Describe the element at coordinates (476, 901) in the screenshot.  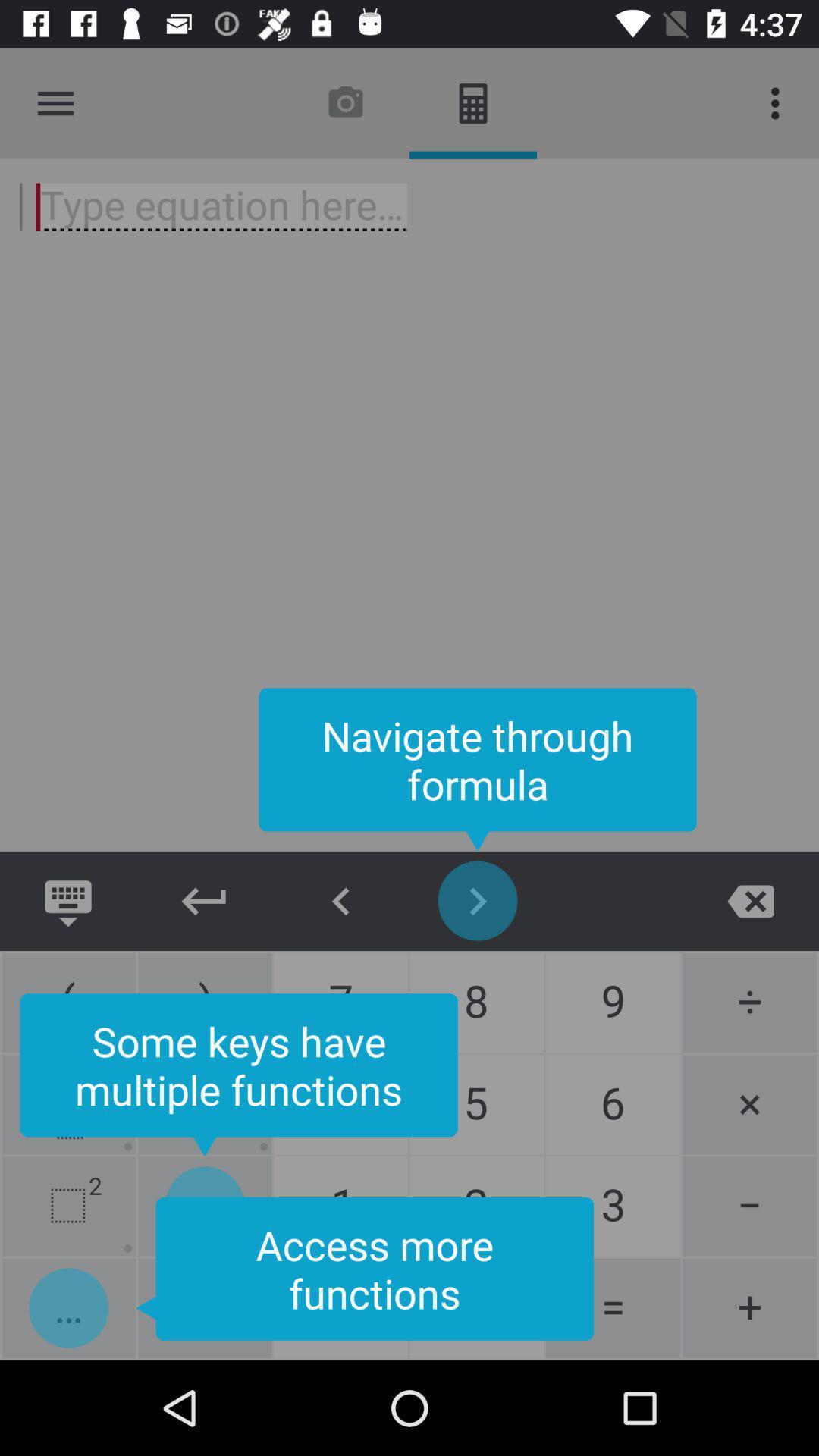
I see `go forward` at that location.